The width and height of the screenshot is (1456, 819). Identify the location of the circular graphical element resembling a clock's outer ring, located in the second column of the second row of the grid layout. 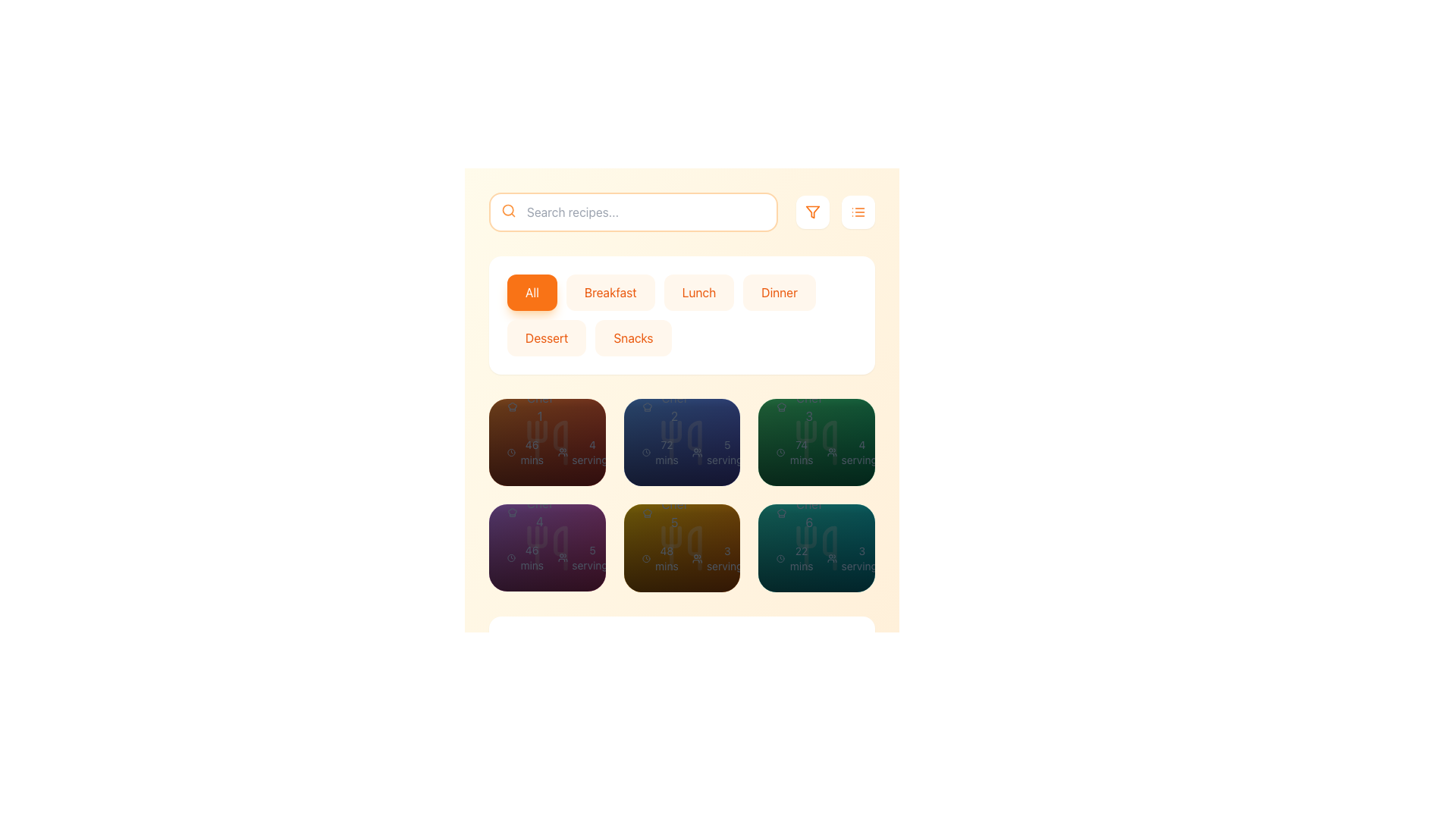
(646, 452).